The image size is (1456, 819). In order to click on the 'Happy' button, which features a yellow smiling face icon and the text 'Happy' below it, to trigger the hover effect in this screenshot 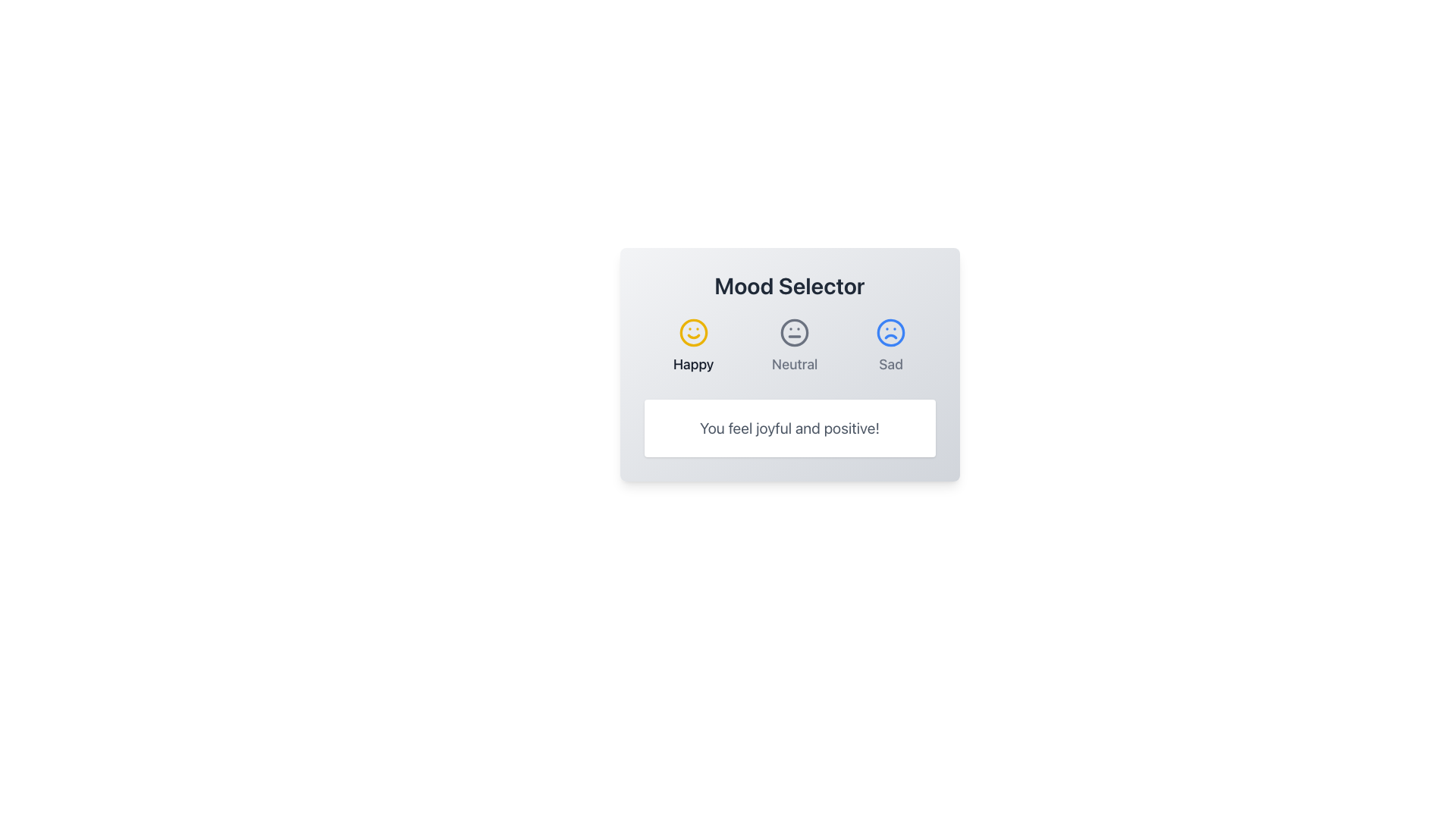, I will do `click(692, 346)`.